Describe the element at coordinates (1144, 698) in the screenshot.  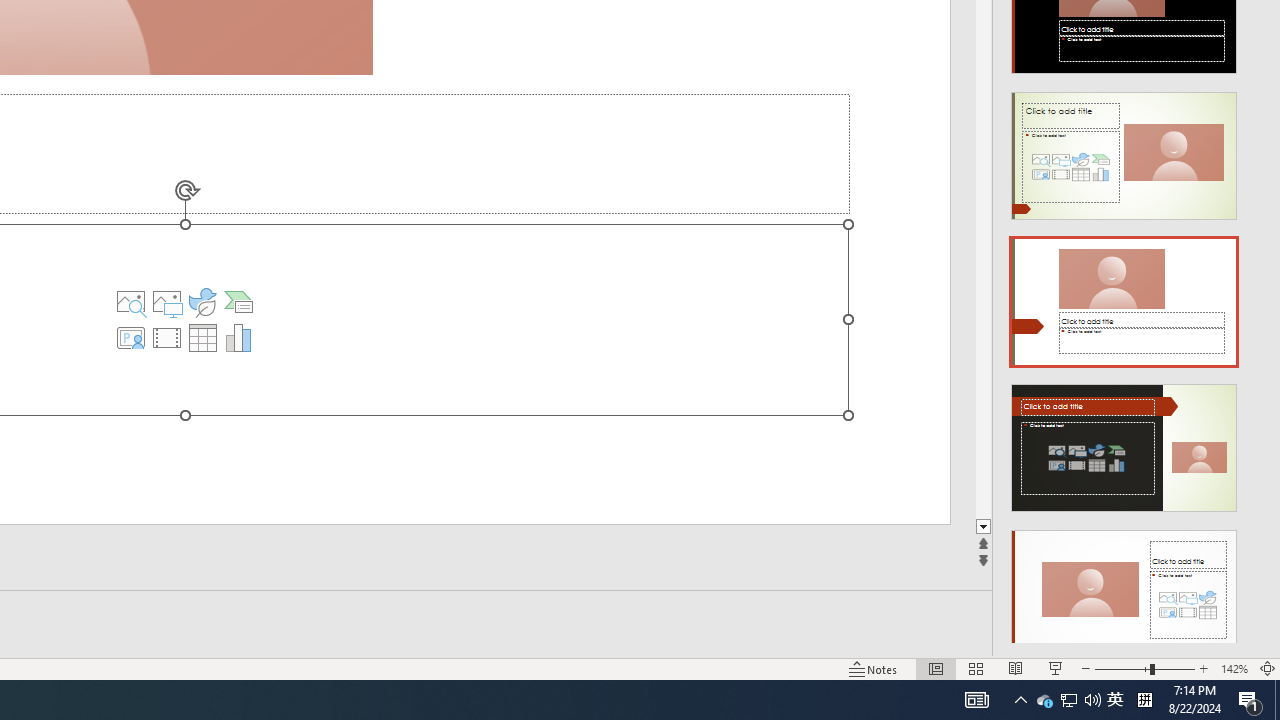
I see `'Tray Input Indicator - Chinese (Simplified, China)'` at that location.